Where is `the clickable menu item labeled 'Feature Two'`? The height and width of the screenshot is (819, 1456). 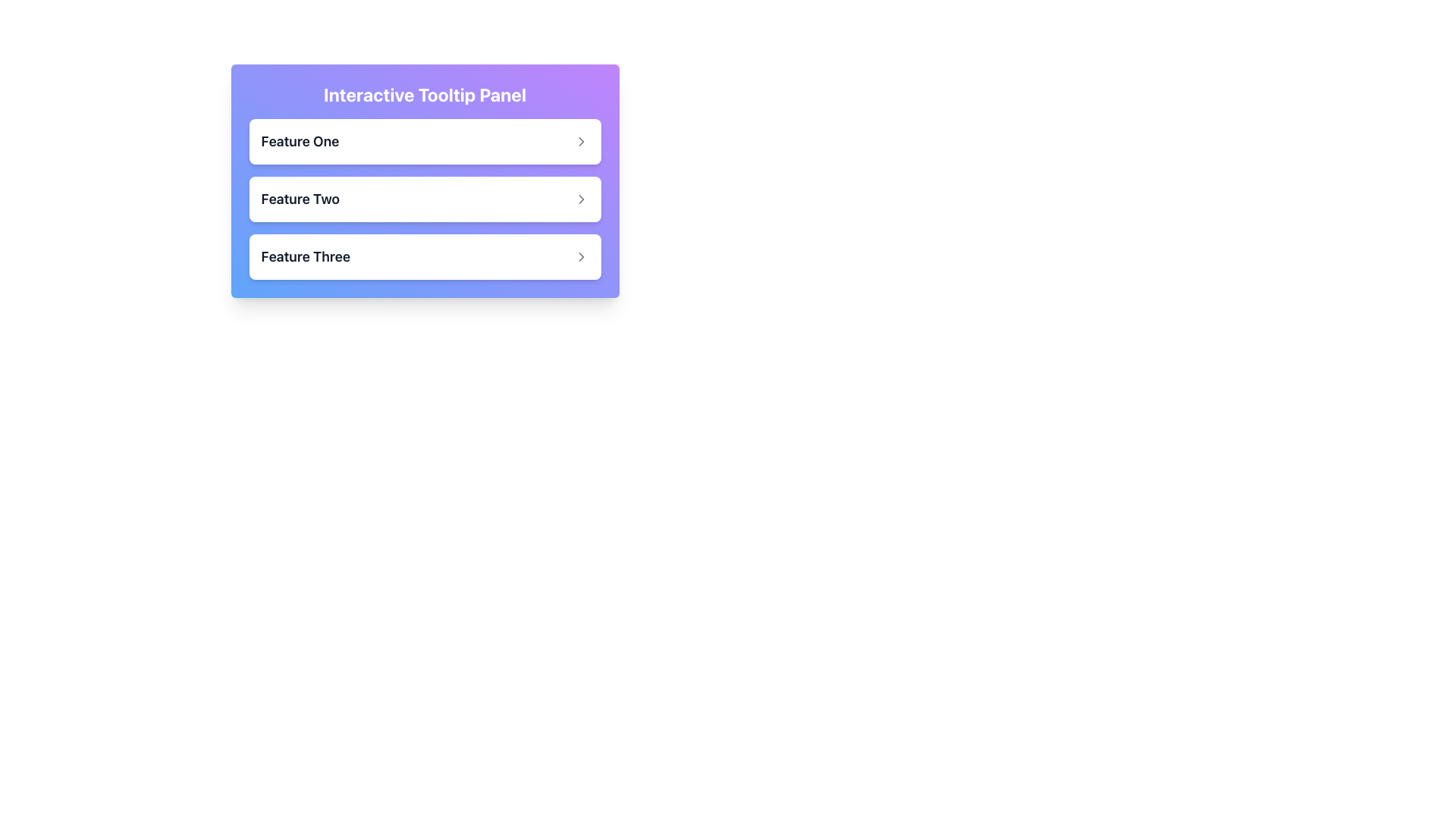 the clickable menu item labeled 'Feature Two' is located at coordinates (425, 198).